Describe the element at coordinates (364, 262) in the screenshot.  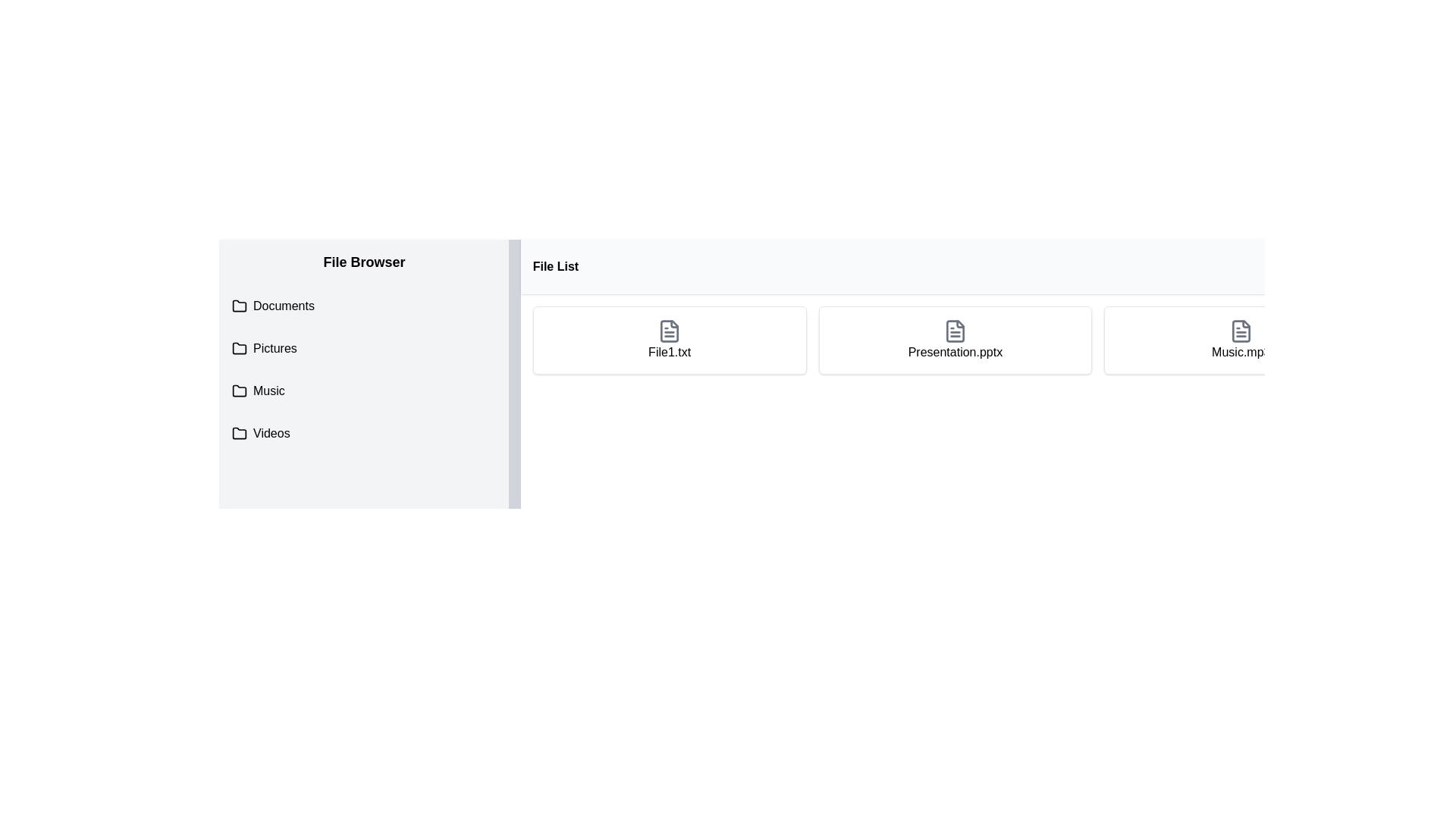
I see `the 'File Browser' label located at the top of the vertical menu bar in the sidebar` at that location.